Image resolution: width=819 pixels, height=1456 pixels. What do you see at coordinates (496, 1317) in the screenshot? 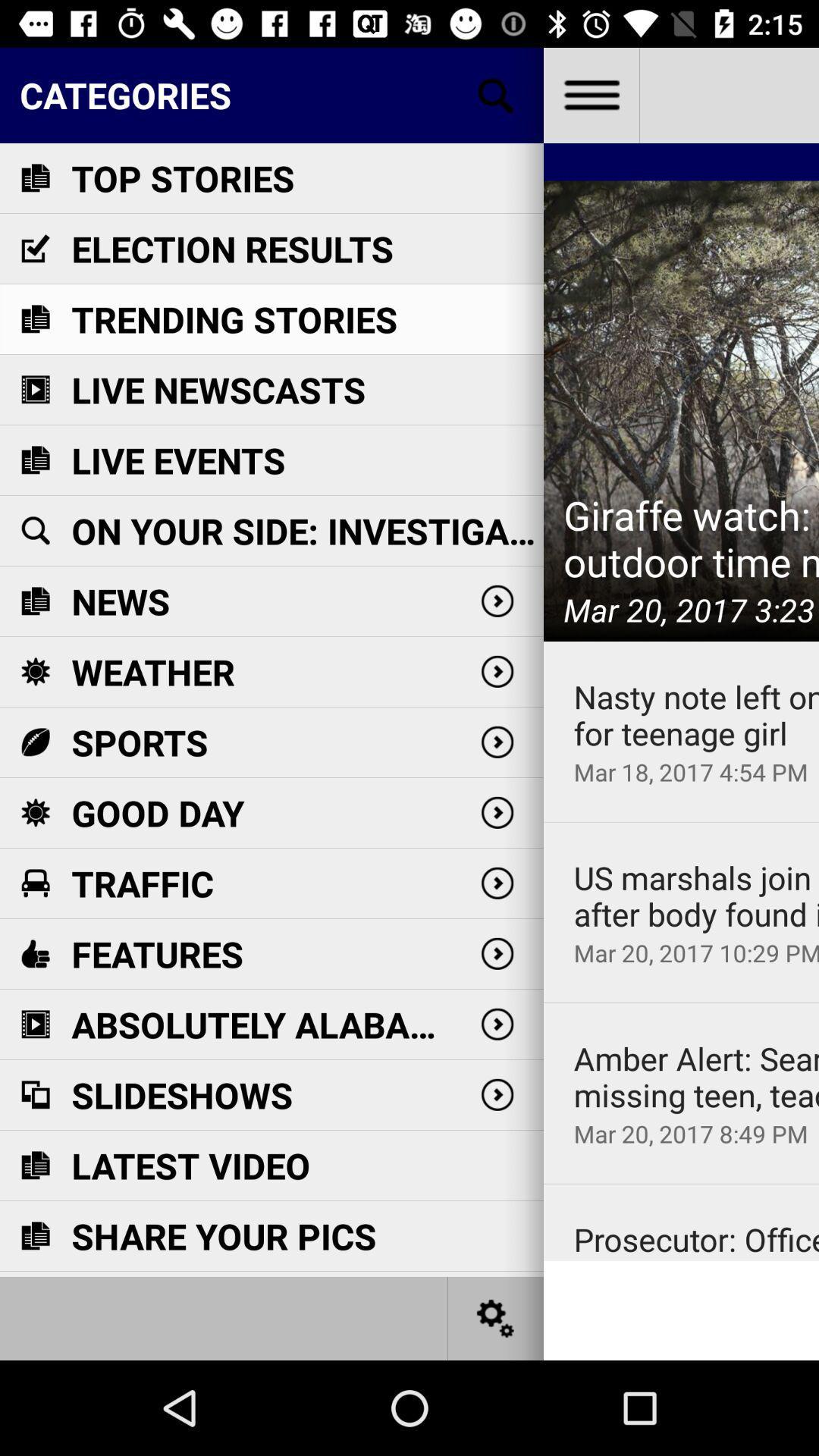
I see `serch` at bounding box center [496, 1317].